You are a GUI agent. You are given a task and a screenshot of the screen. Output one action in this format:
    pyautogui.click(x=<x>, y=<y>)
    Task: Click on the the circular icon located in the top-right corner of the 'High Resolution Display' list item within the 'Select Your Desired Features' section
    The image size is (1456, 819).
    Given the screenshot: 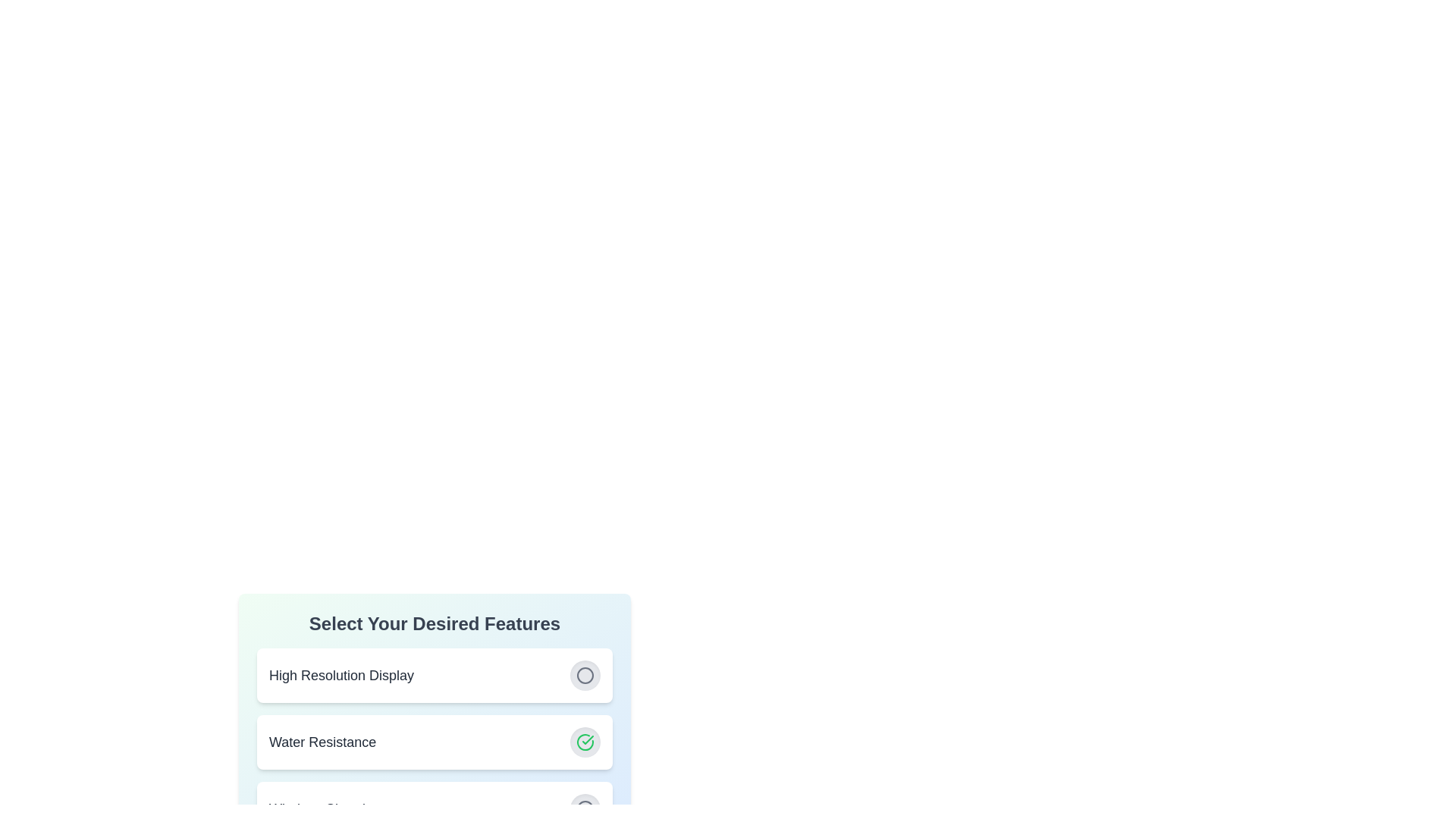 What is the action you would take?
    pyautogui.click(x=585, y=675)
    